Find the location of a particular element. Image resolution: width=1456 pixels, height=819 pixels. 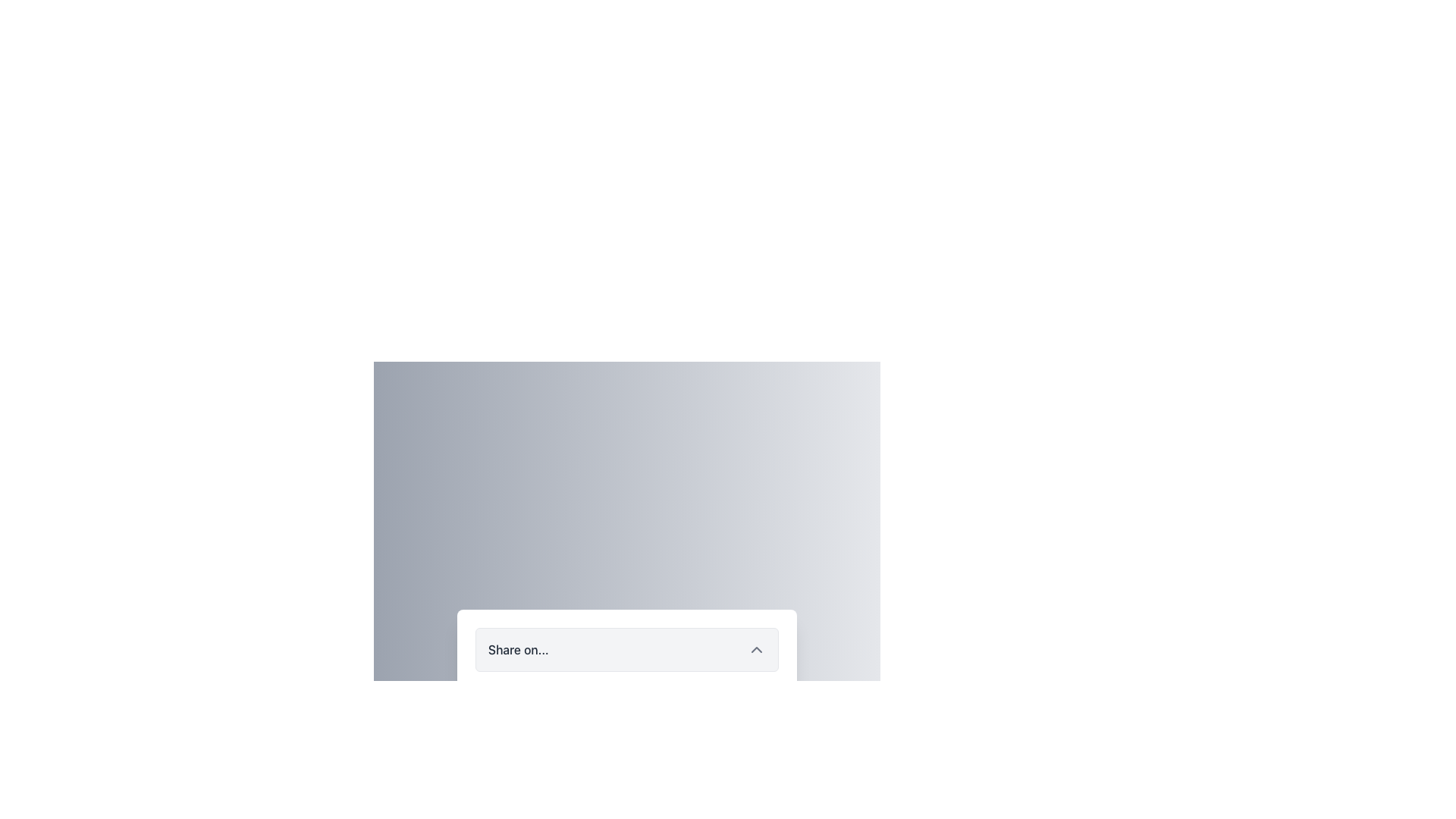

the chevron icon located to the right of the 'Share on...' text is located at coordinates (757, 648).